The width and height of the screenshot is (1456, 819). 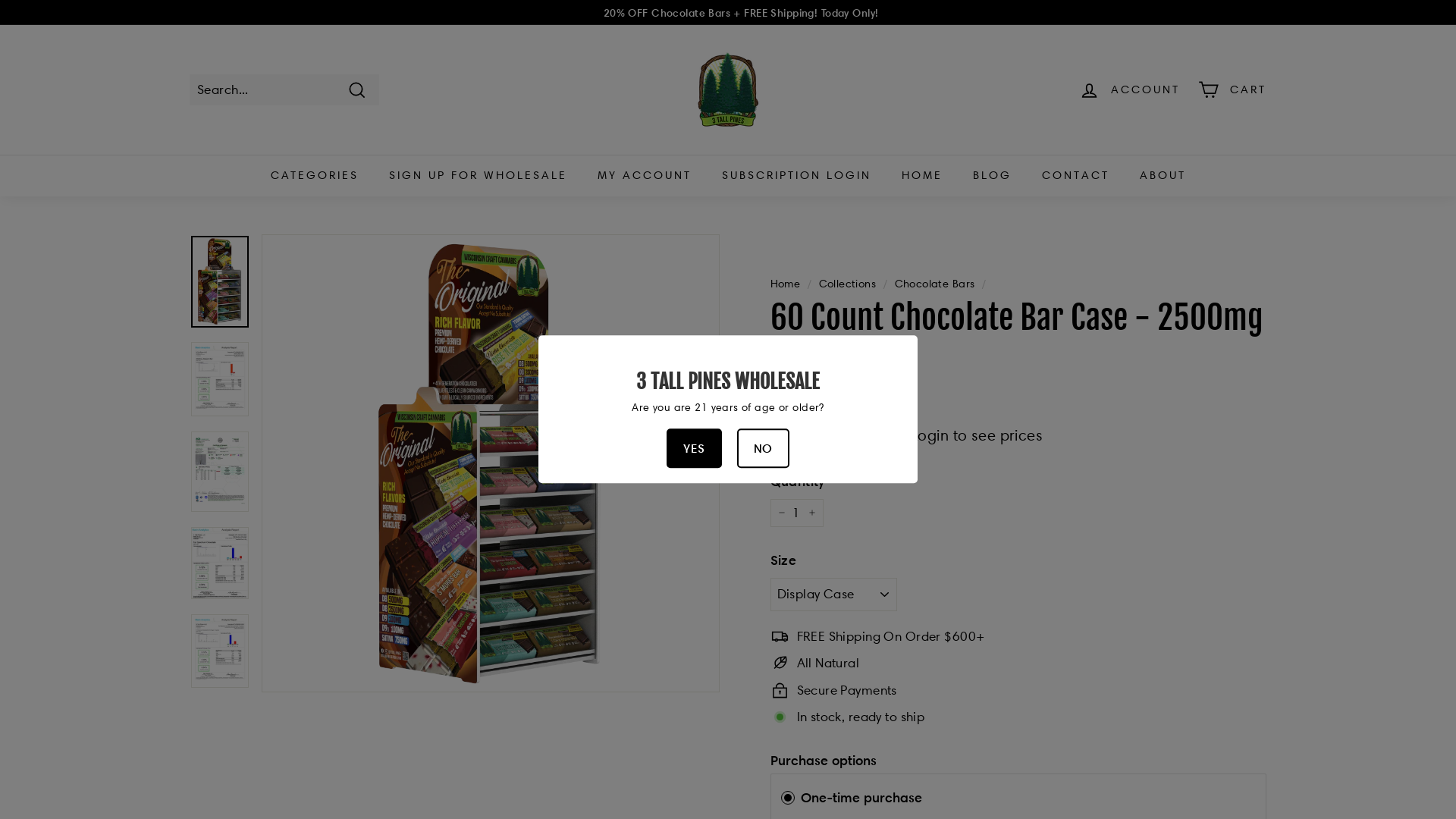 What do you see at coordinates (786, 284) in the screenshot?
I see `'Home'` at bounding box center [786, 284].